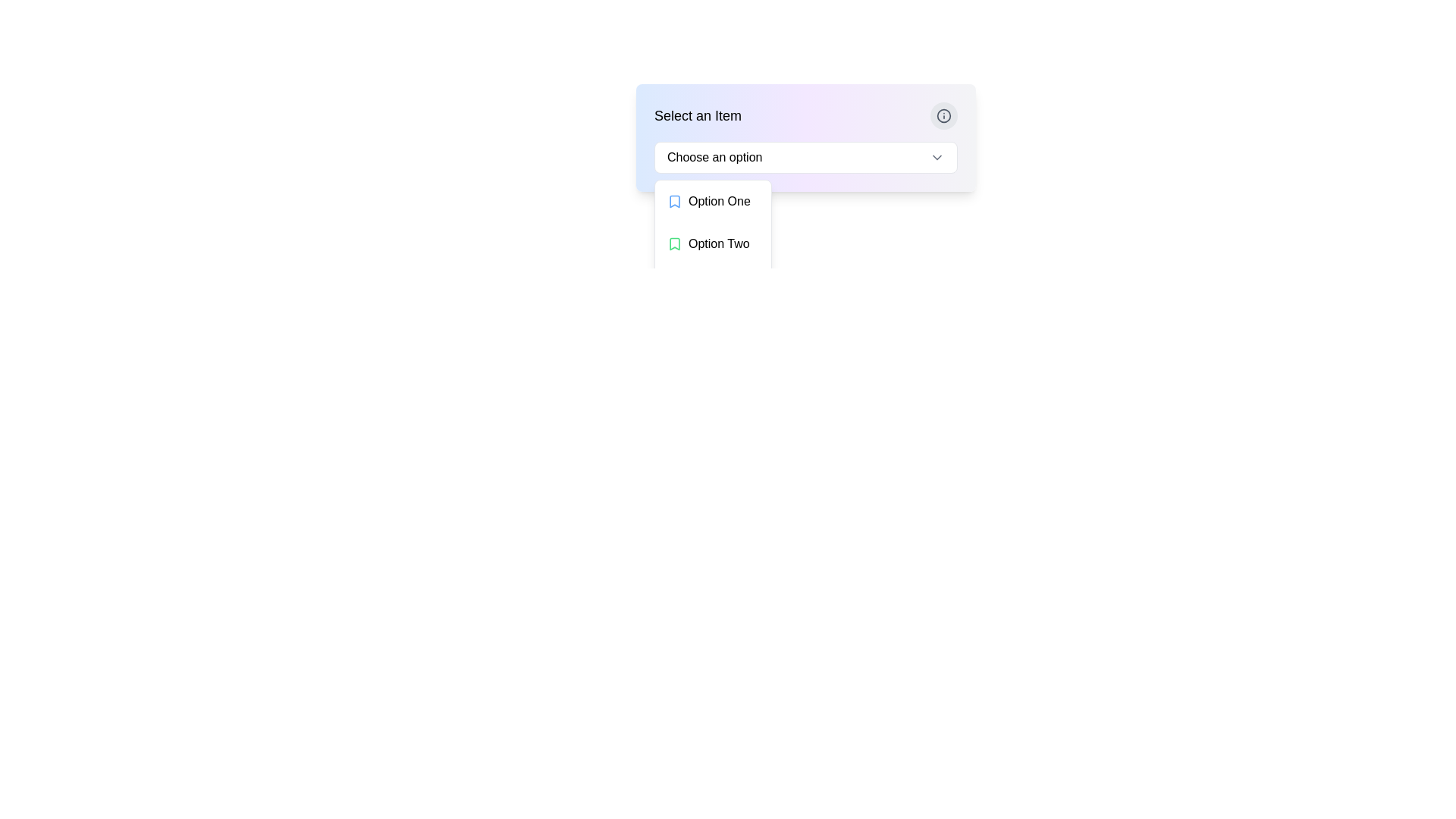 This screenshot has height=819, width=1456. Describe the element at coordinates (937, 158) in the screenshot. I see `the Chevron-Down icon located at the far-right end of the 'Choose an option' button` at that location.